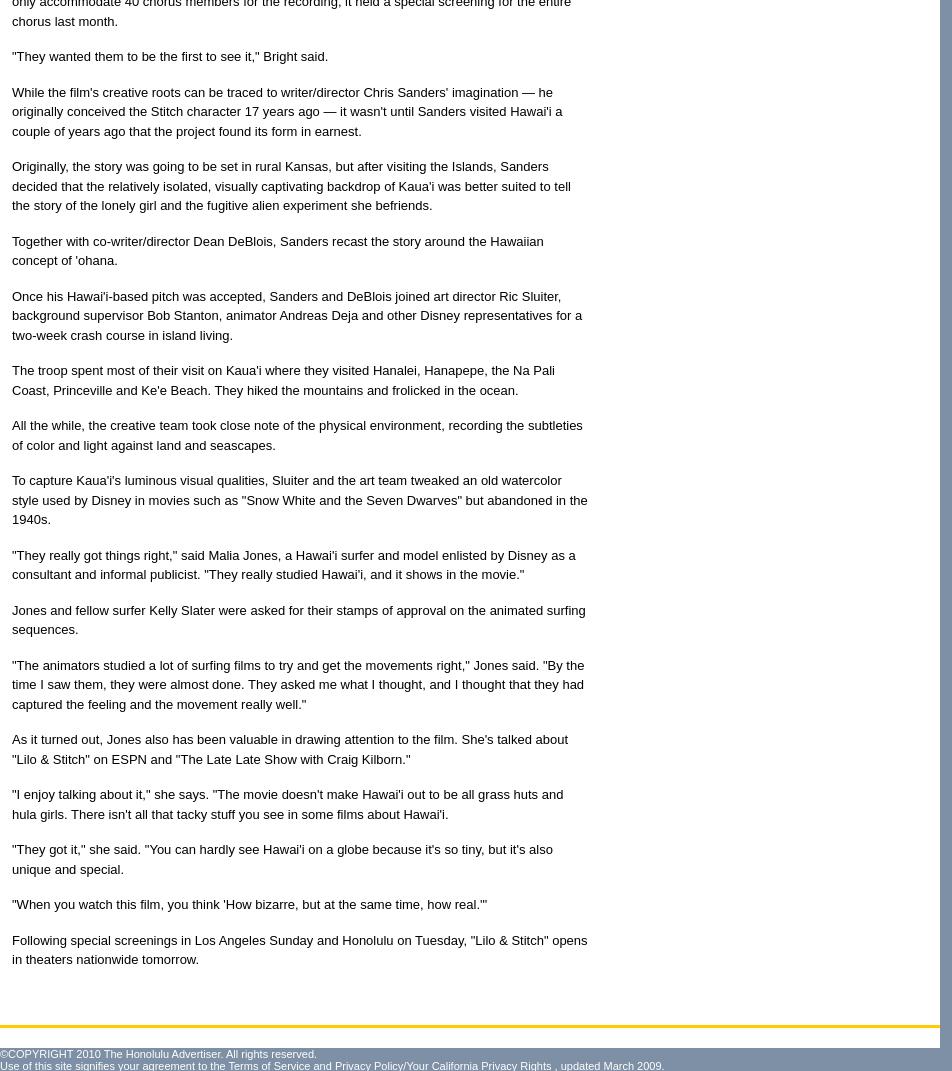 This screenshot has width=952, height=1071. Describe the element at coordinates (297, 435) in the screenshot. I see `'All the while, the creative team took close note of the physical environment, recording the subtleties of color and light against land and seascapes.'` at that location.